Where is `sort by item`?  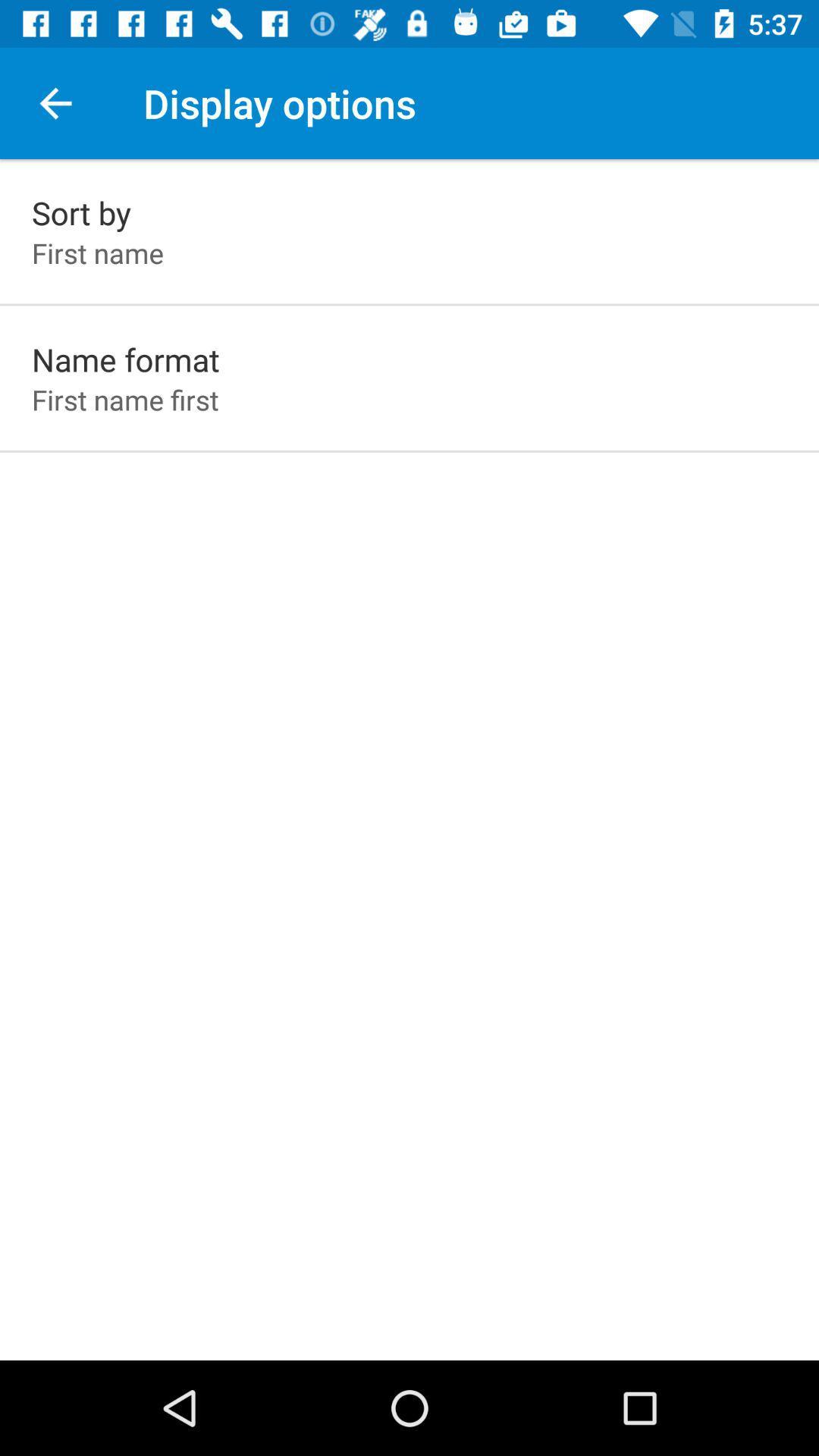 sort by item is located at coordinates (81, 212).